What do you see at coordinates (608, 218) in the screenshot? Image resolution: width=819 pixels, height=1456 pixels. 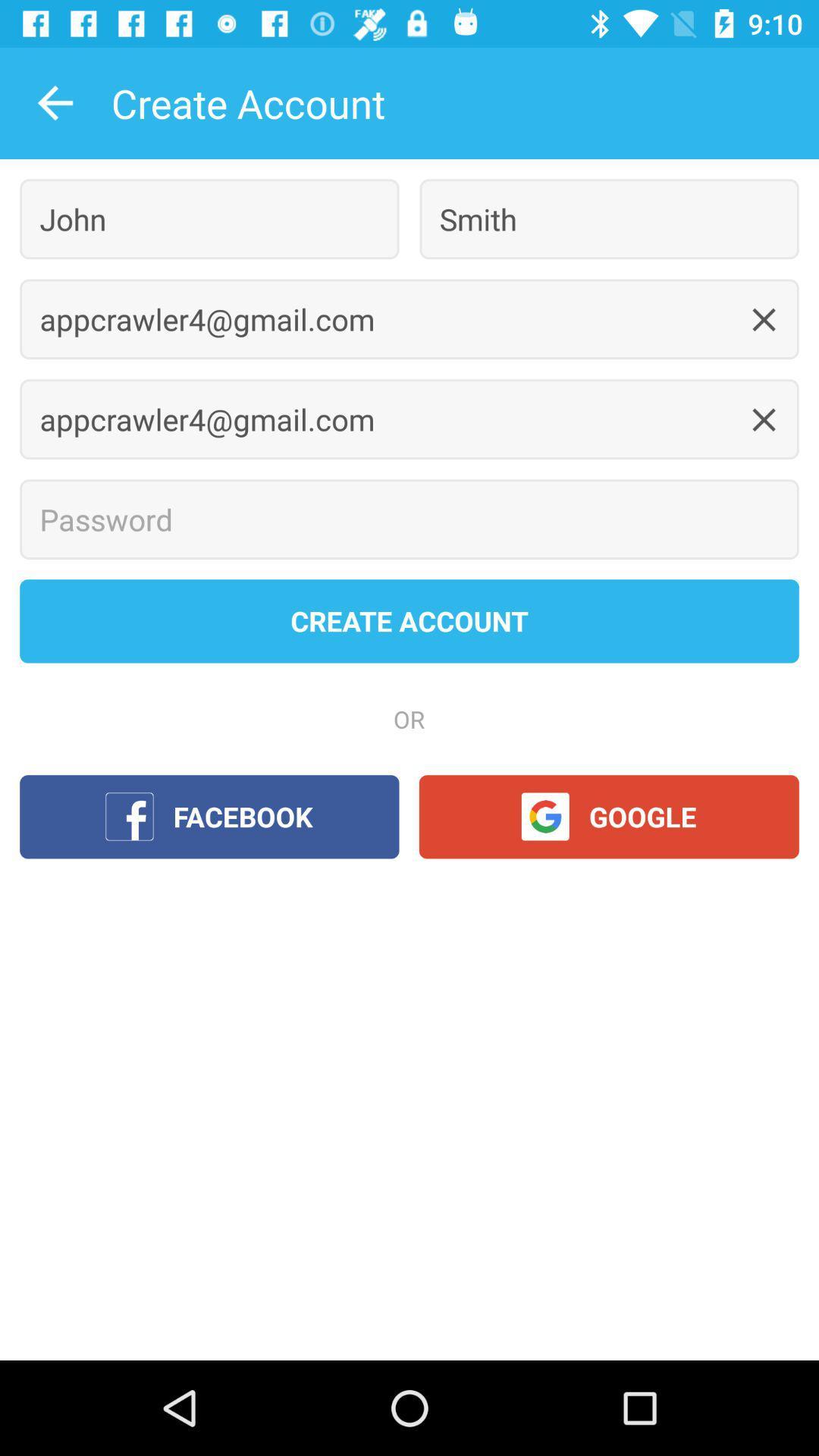 I see `icon above appcrawler4@gmail.com` at bounding box center [608, 218].